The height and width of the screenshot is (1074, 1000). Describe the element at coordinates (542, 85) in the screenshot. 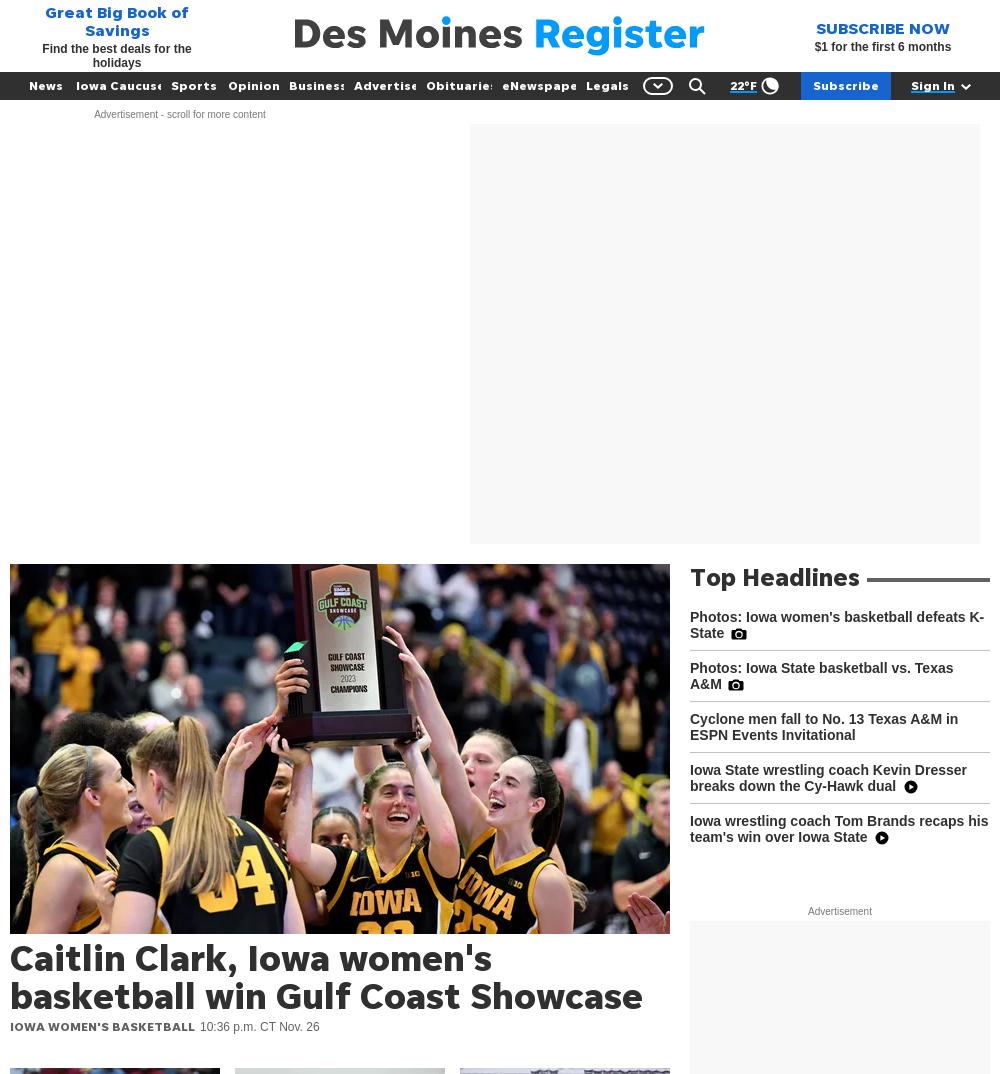

I see `'eNewspaper'` at that location.